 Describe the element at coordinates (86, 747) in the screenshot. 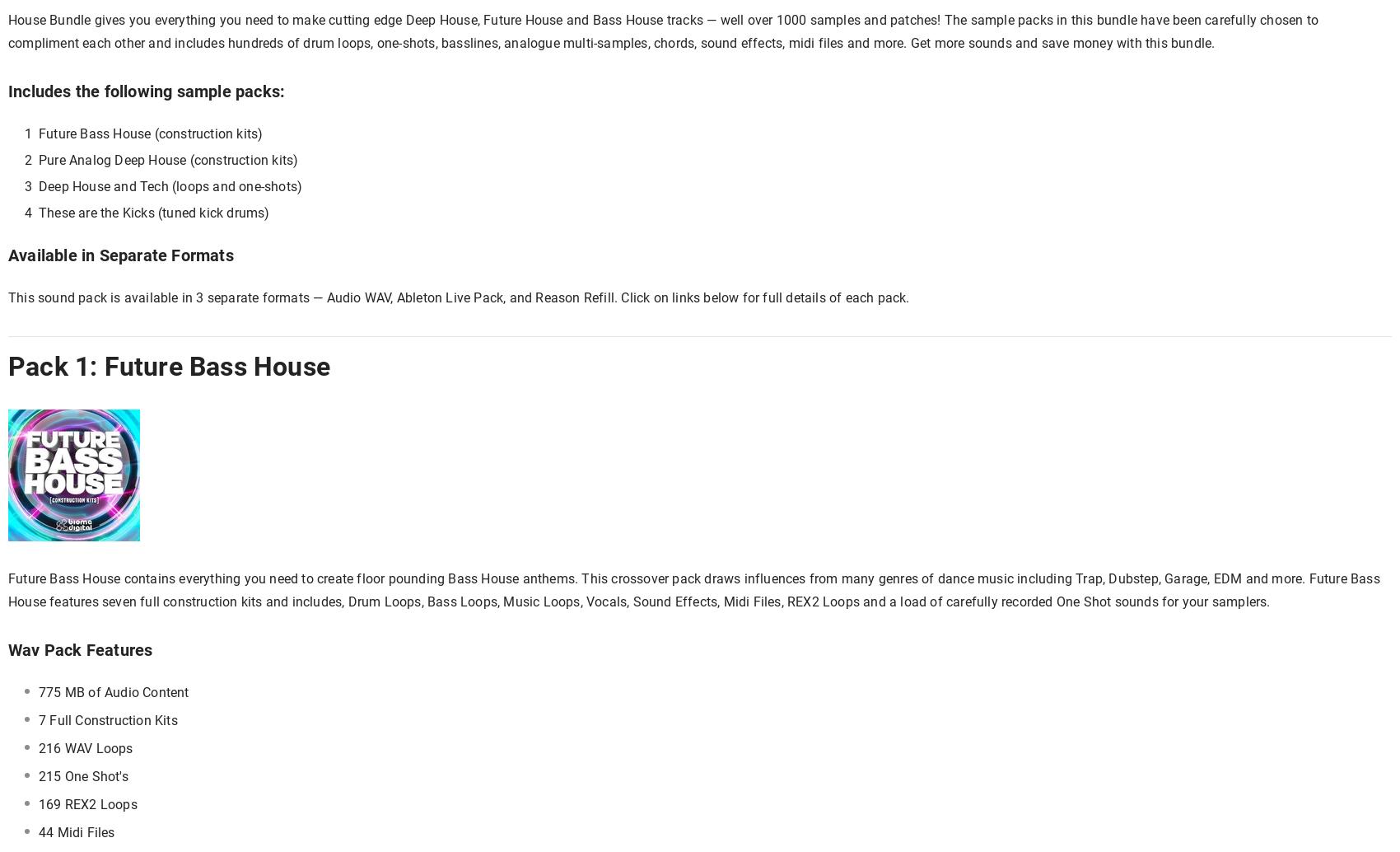

I see `'216 WAV Loops'` at that location.